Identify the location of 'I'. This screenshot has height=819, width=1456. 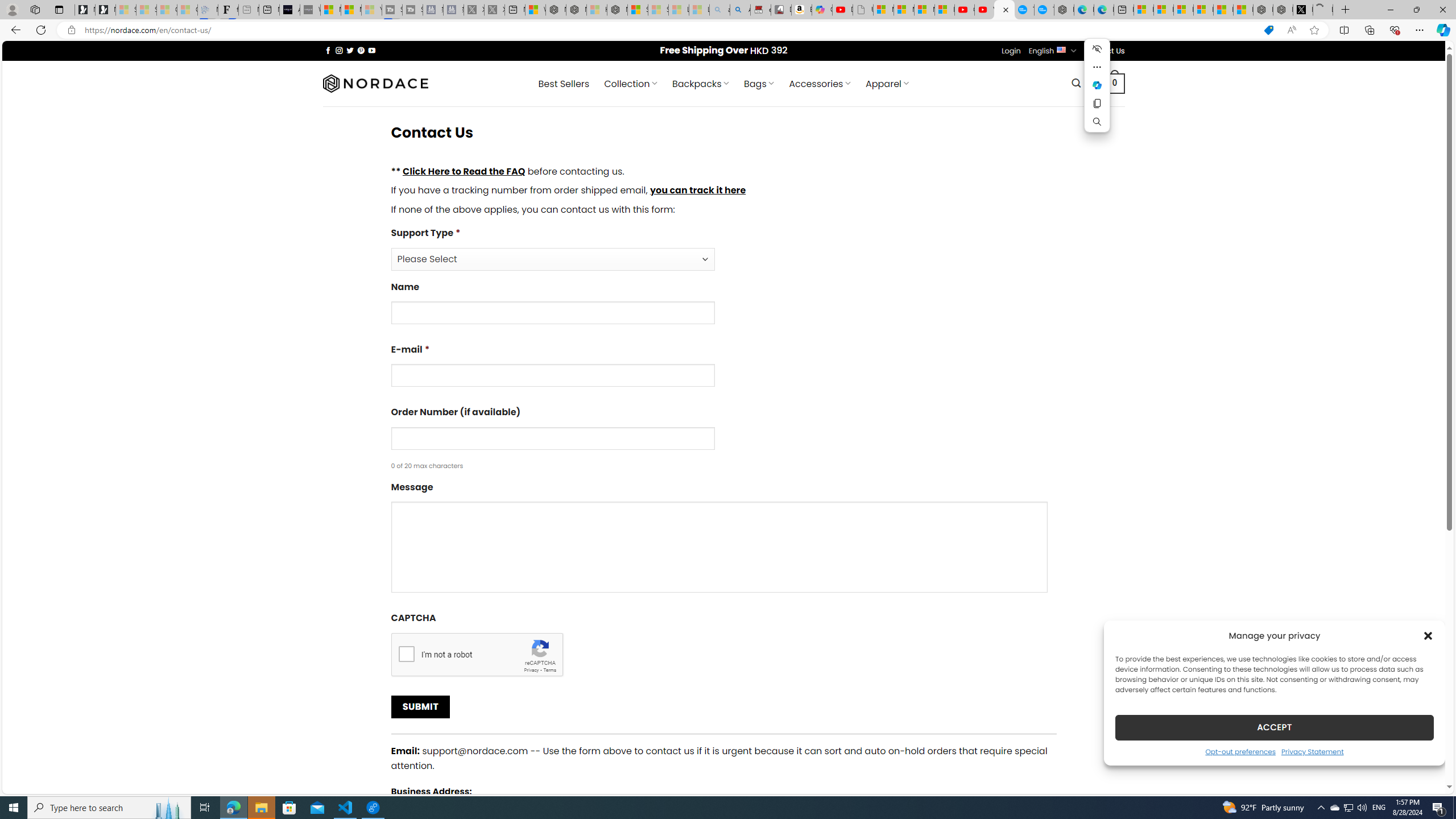
(406, 653).